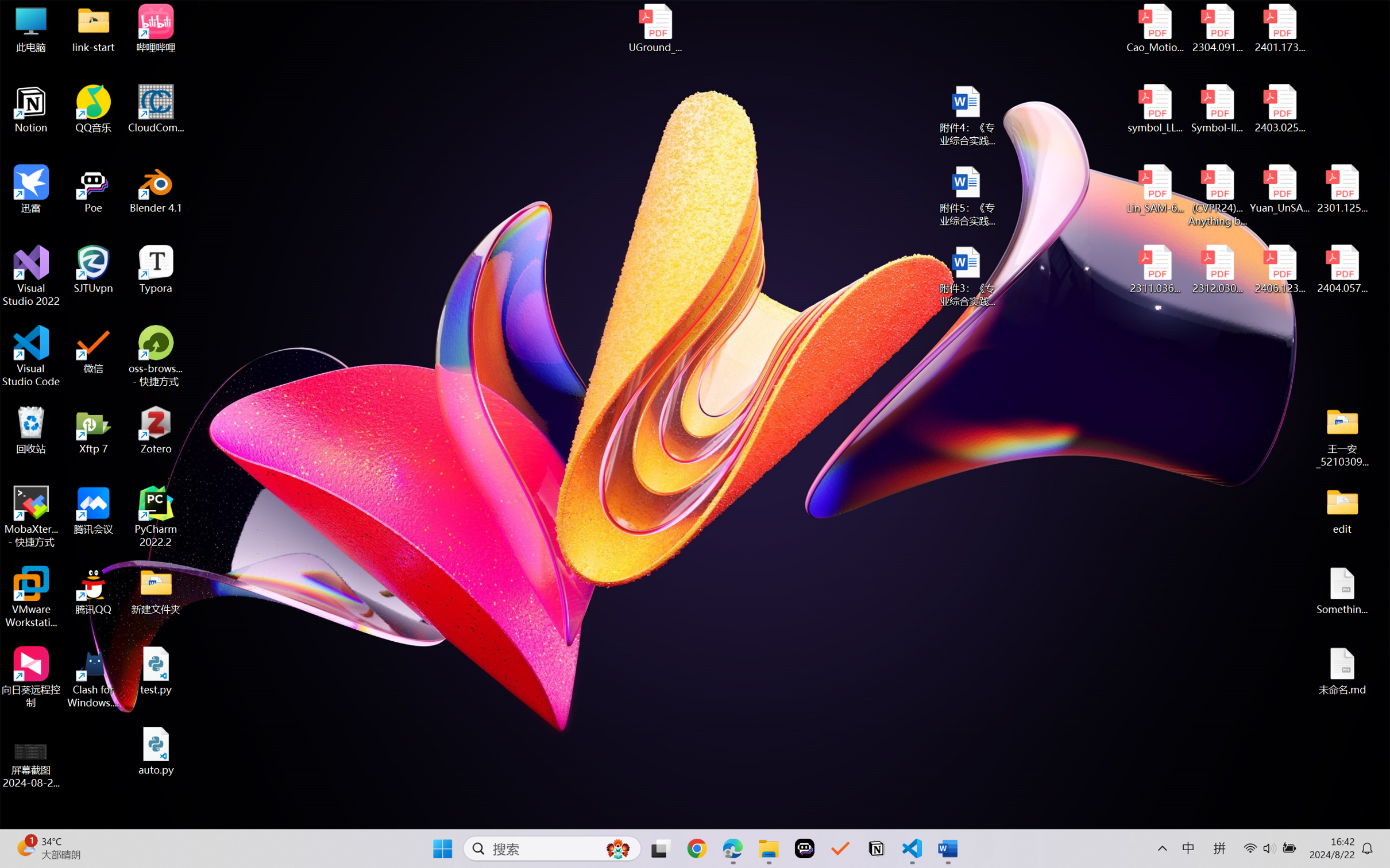  What do you see at coordinates (30, 597) in the screenshot?
I see `'VMware Workstation Pro'` at bounding box center [30, 597].